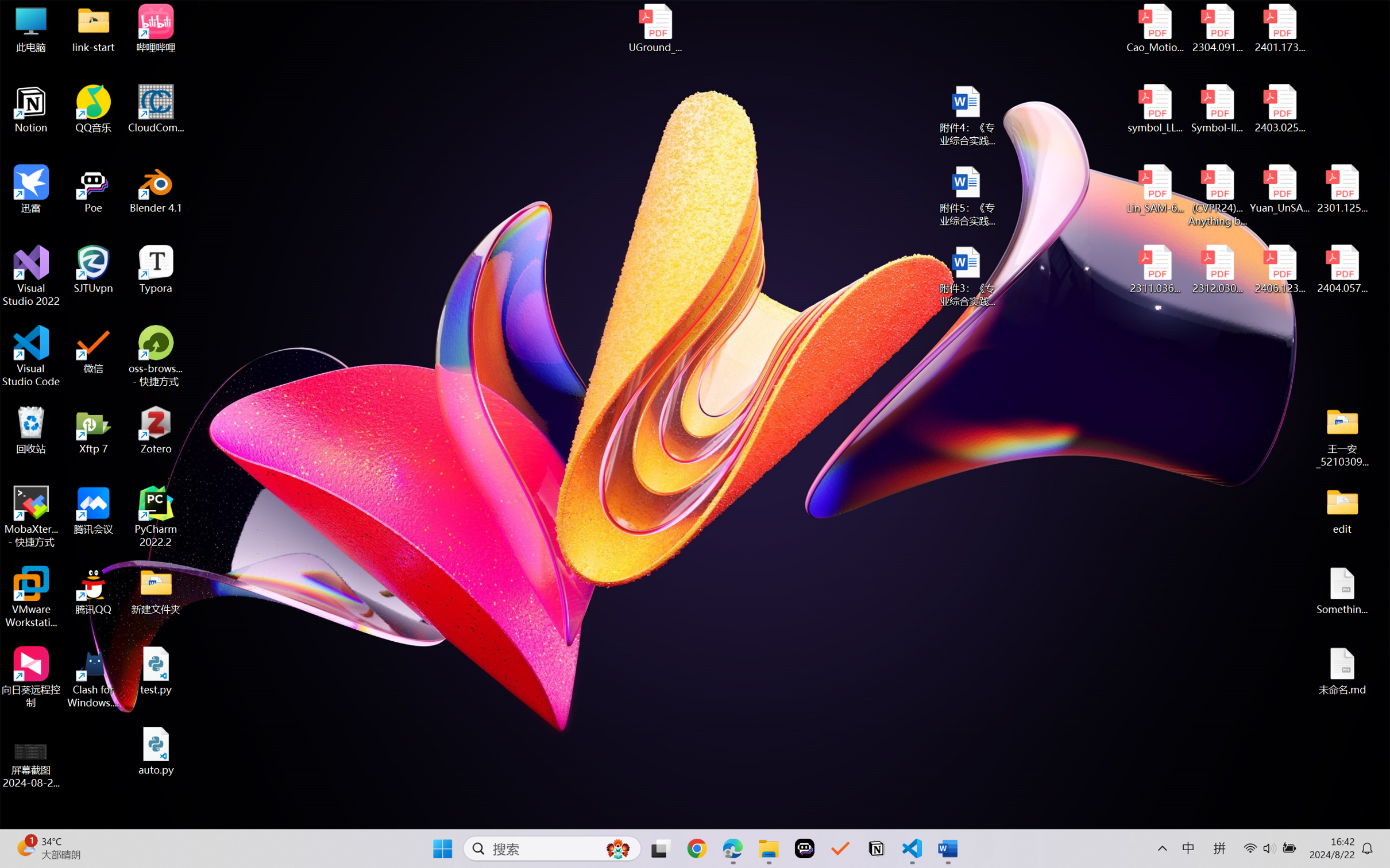  What do you see at coordinates (30, 597) in the screenshot?
I see `'VMware Workstation Pro'` at bounding box center [30, 597].